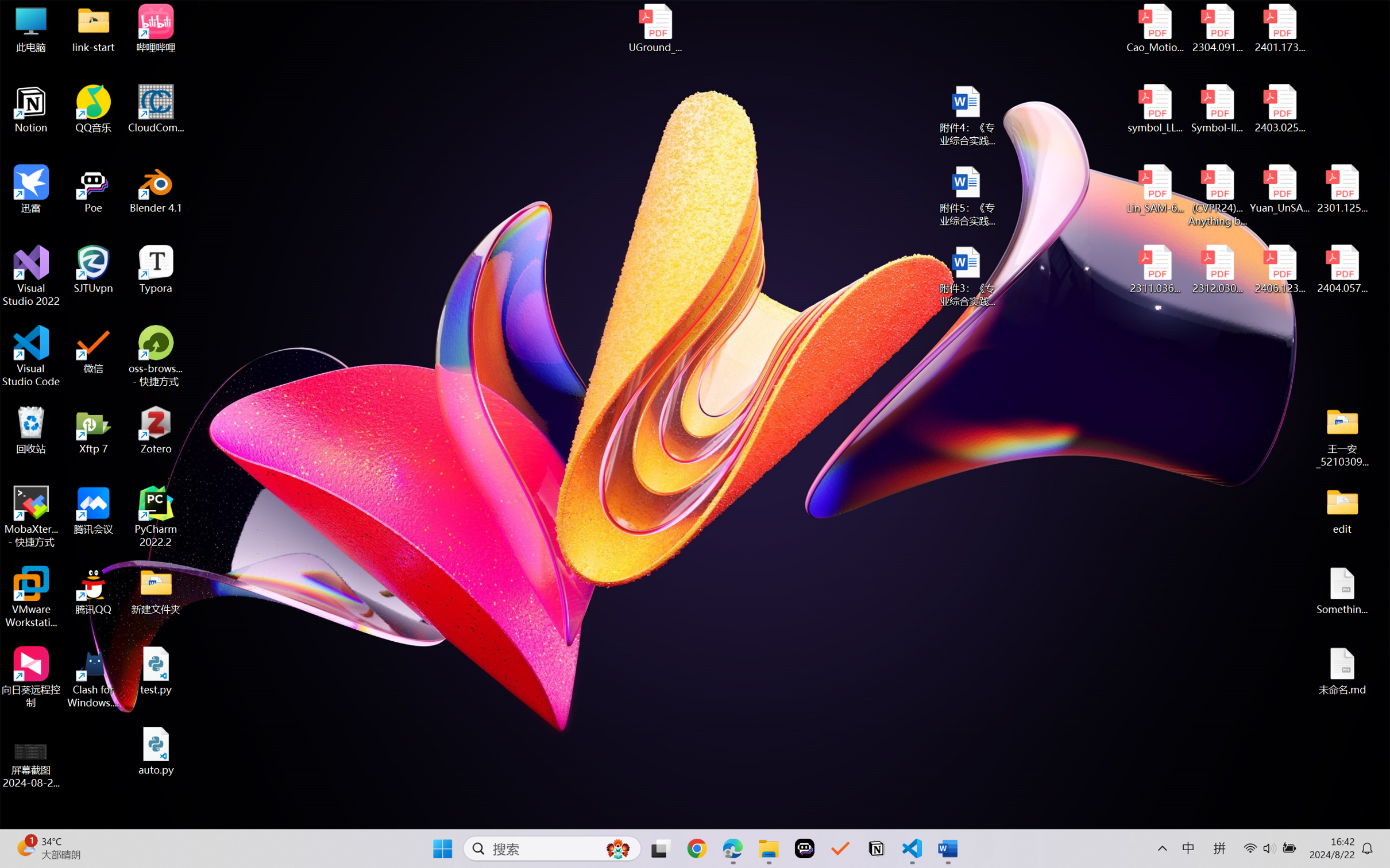  What do you see at coordinates (30, 597) in the screenshot?
I see `'VMware Workstation Pro'` at bounding box center [30, 597].